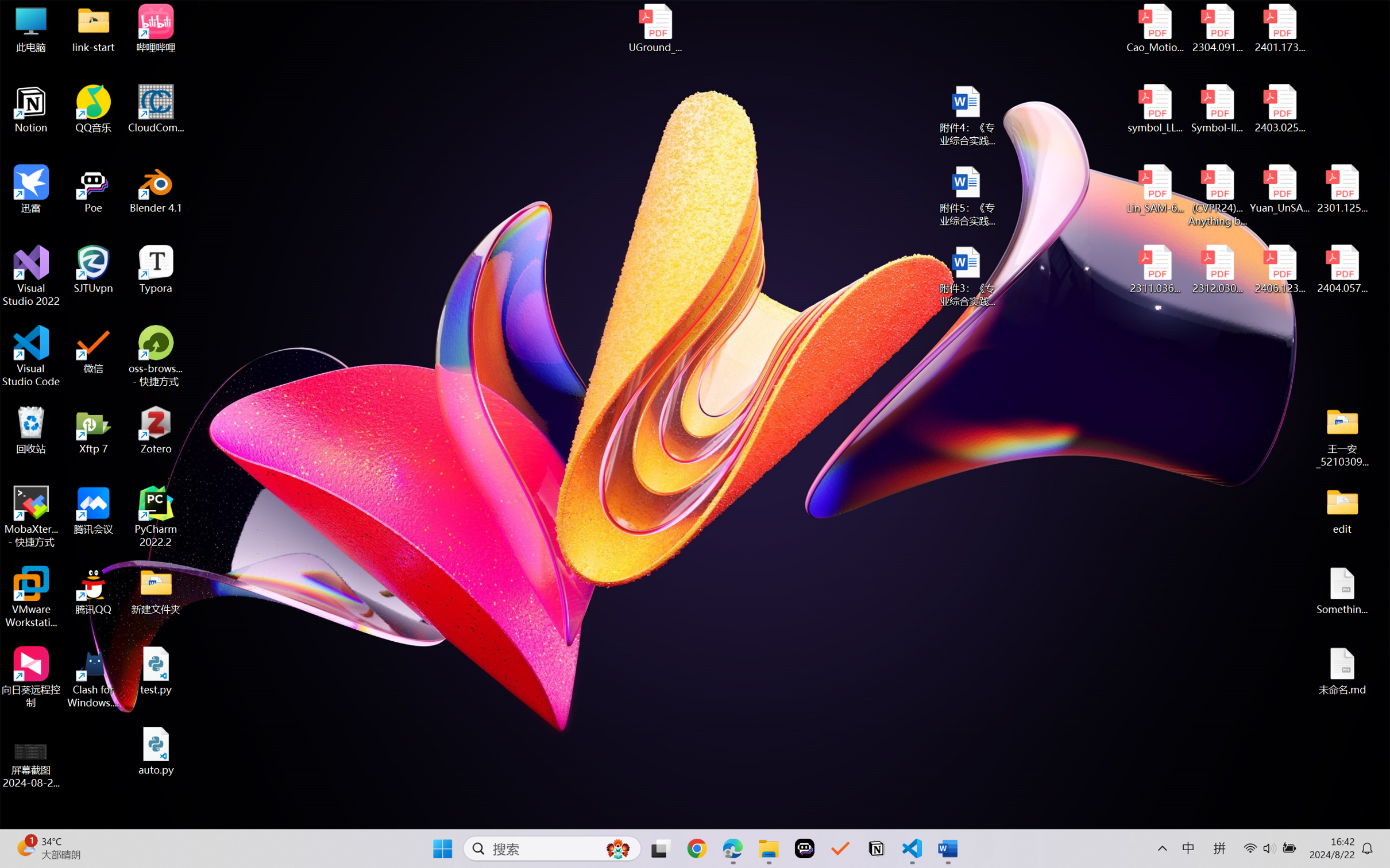  What do you see at coordinates (30, 597) in the screenshot?
I see `'VMware Workstation Pro'` at bounding box center [30, 597].